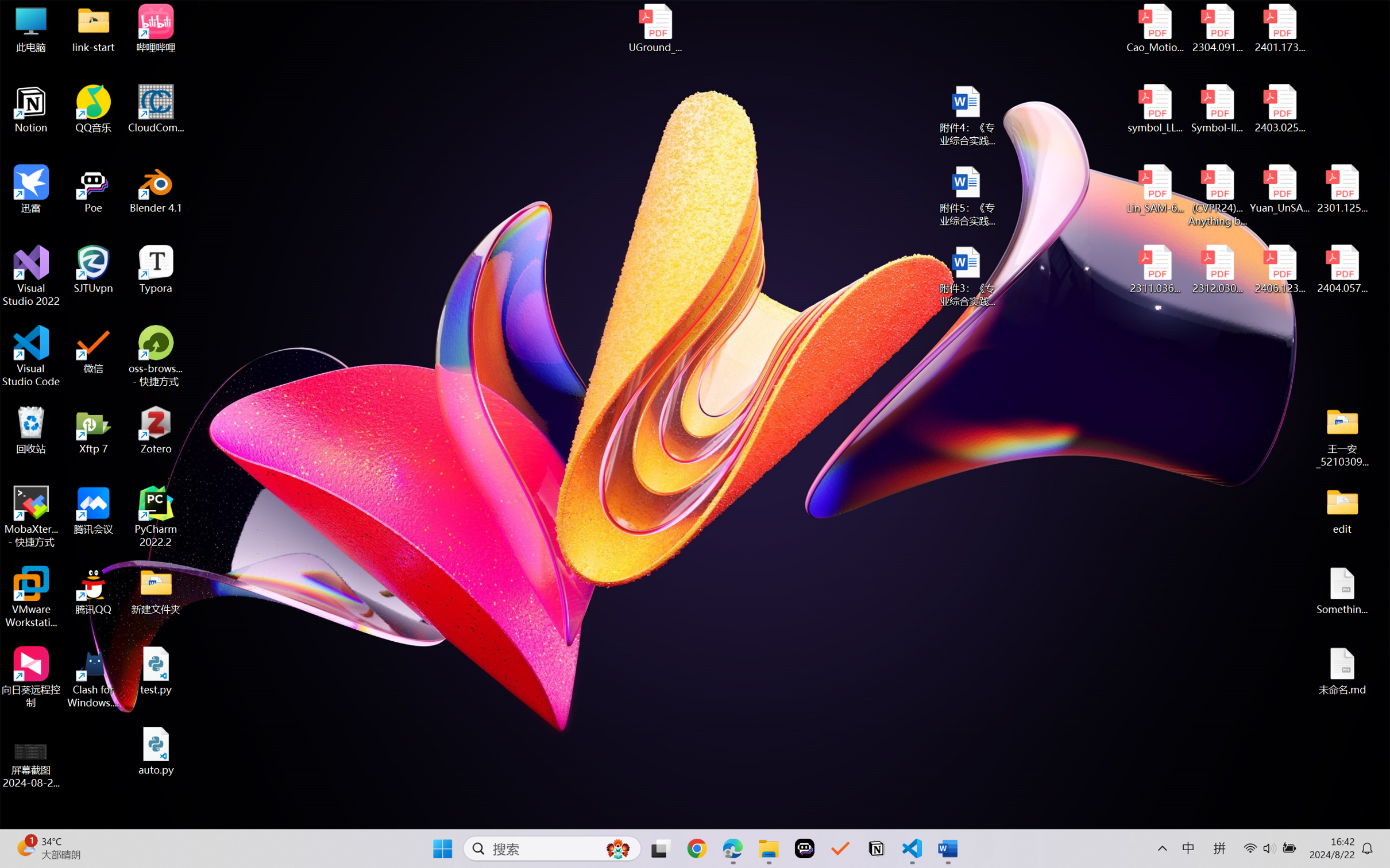  What do you see at coordinates (30, 597) in the screenshot?
I see `'VMware Workstation Pro'` at bounding box center [30, 597].